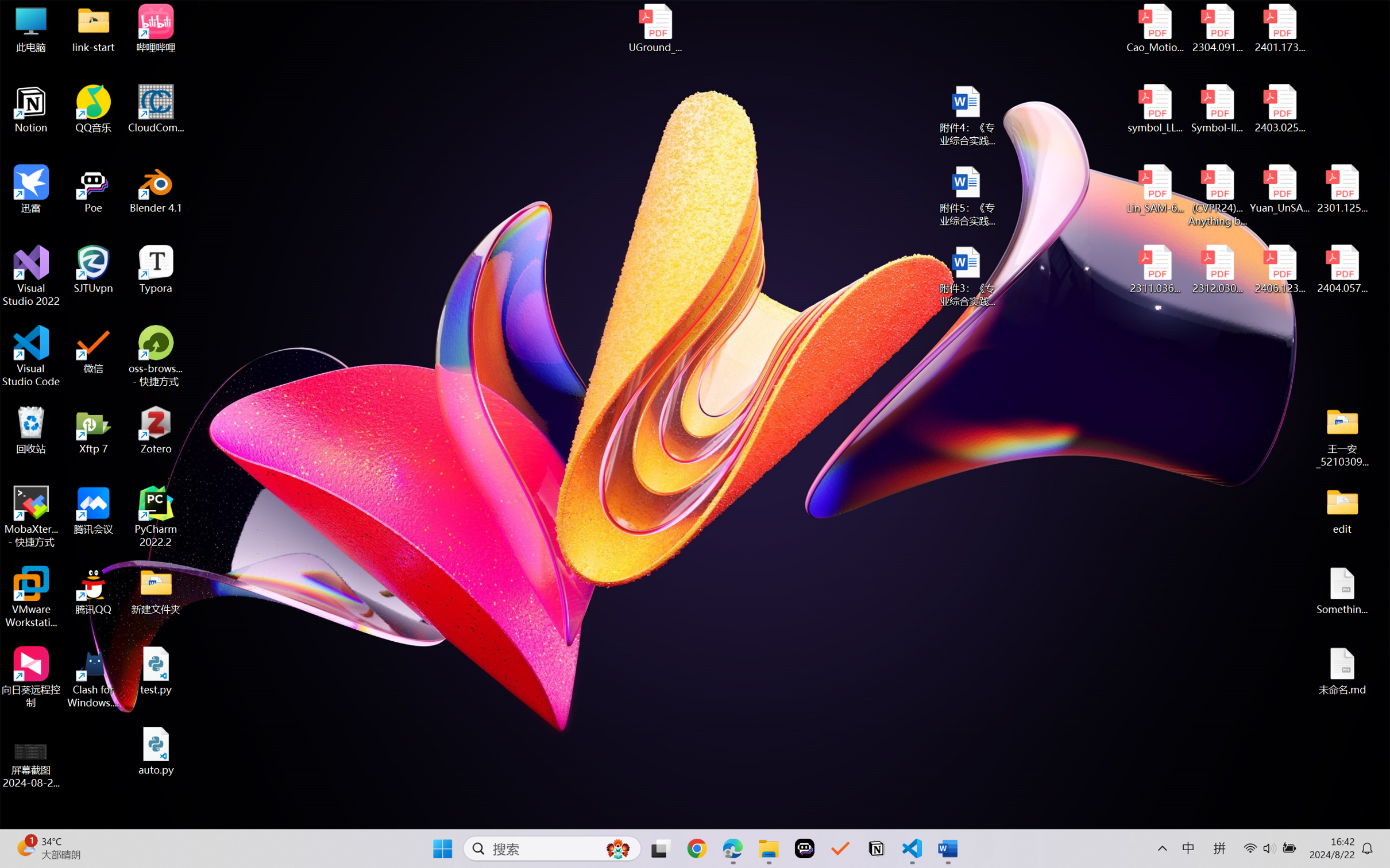  What do you see at coordinates (30, 597) in the screenshot?
I see `'VMware Workstation Pro'` at bounding box center [30, 597].